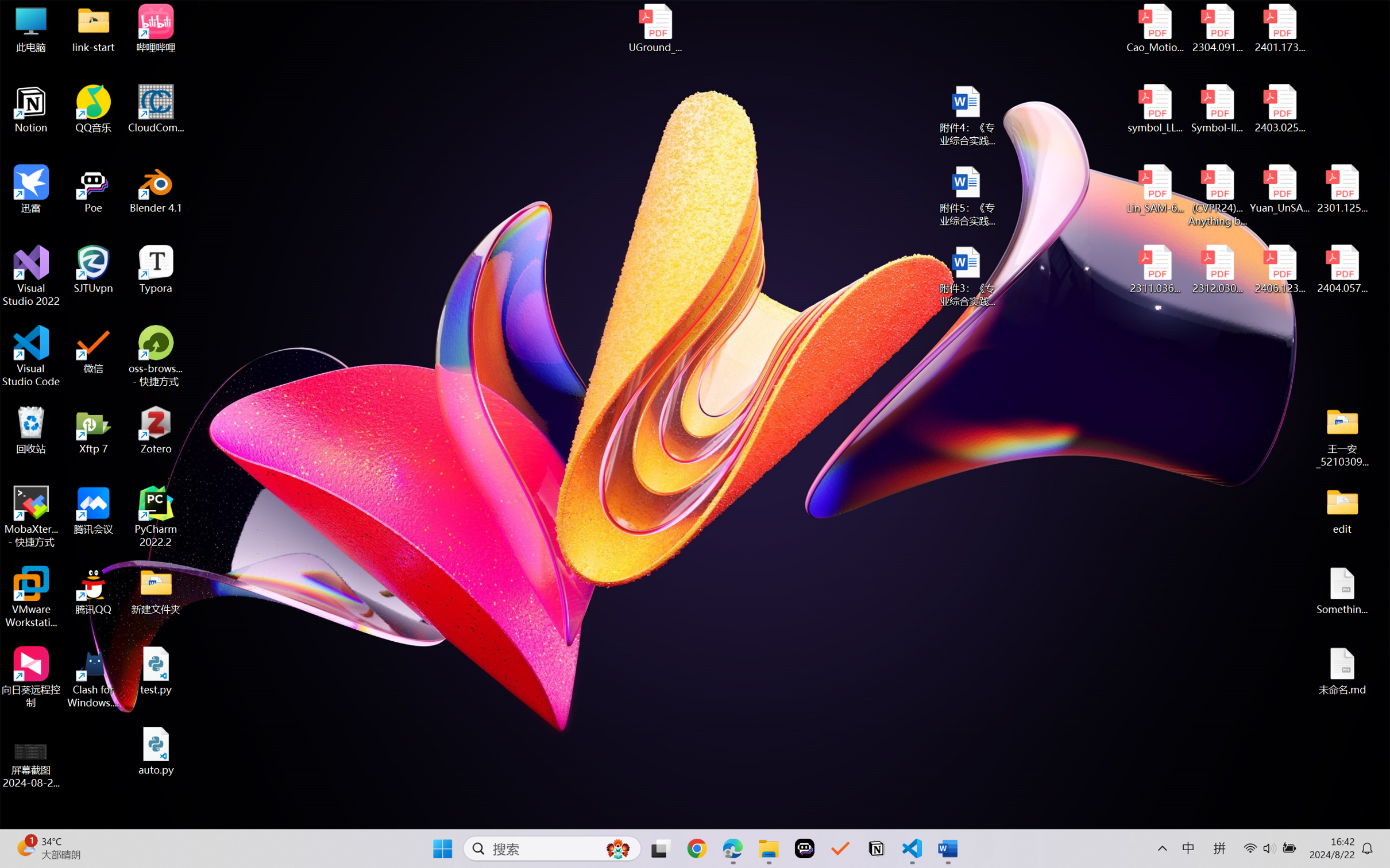  What do you see at coordinates (30, 597) in the screenshot?
I see `'VMware Workstation Pro'` at bounding box center [30, 597].